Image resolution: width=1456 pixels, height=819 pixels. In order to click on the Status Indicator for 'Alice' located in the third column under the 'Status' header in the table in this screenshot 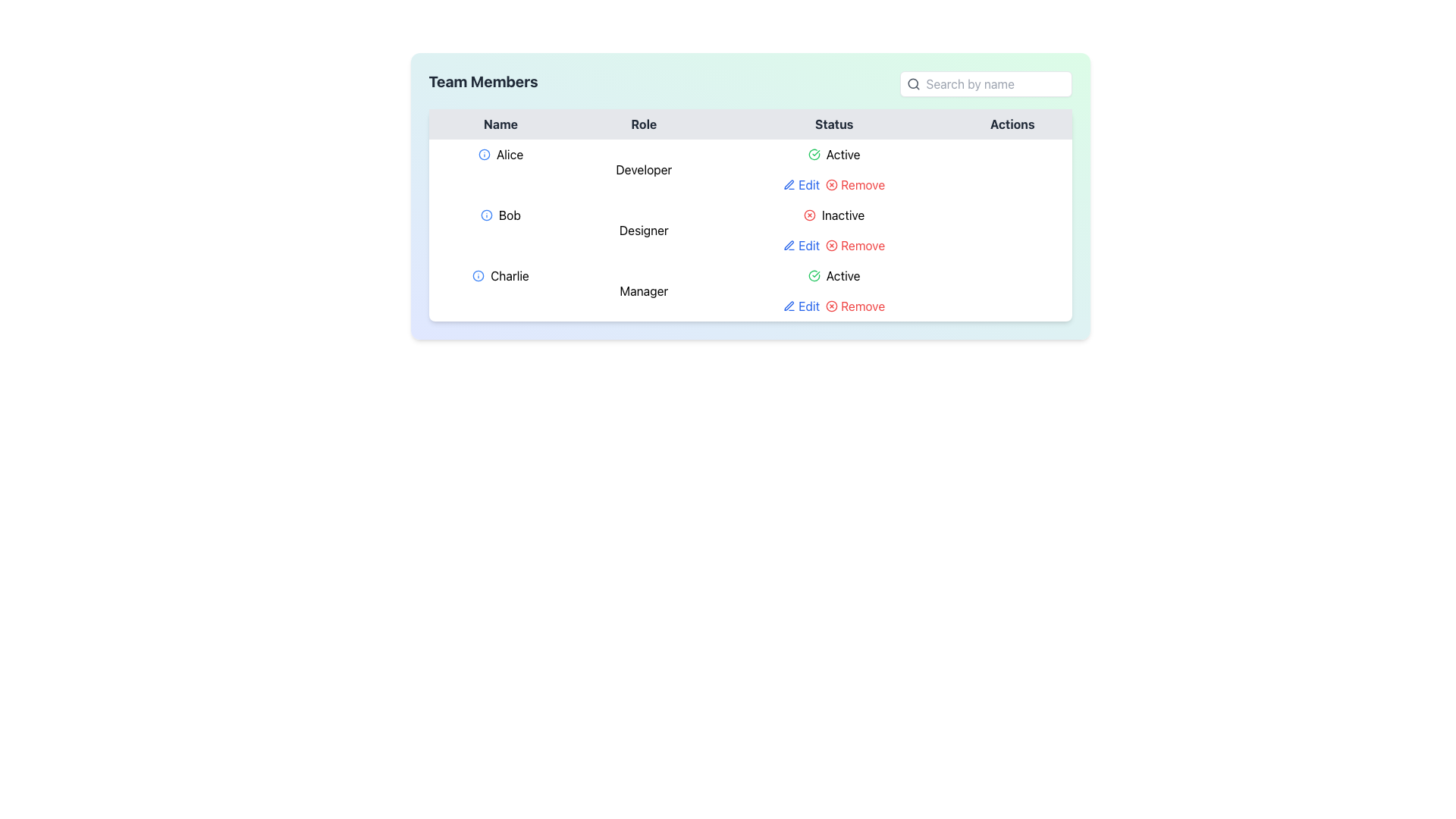, I will do `click(833, 155)`.